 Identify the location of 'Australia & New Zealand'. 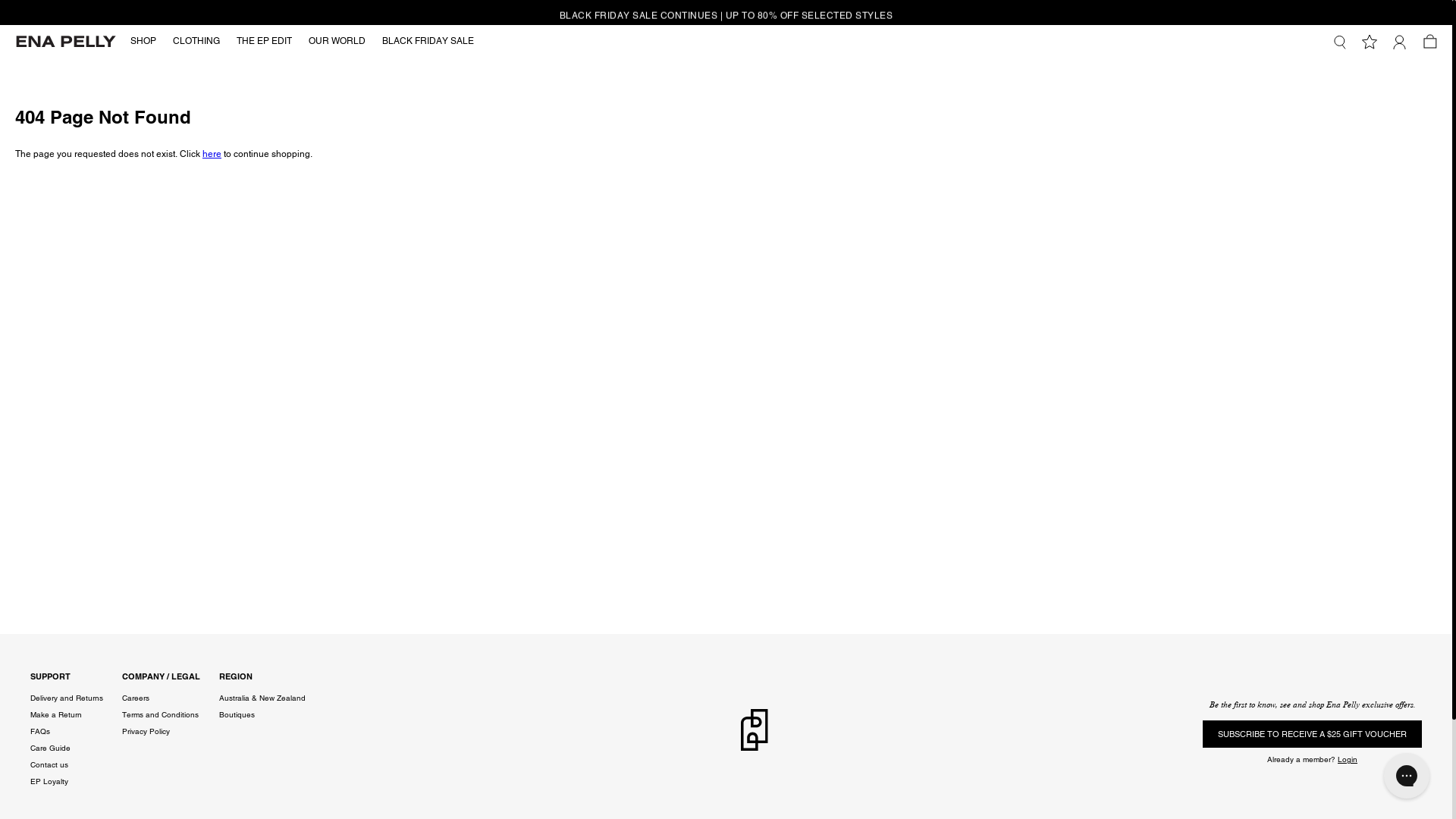
(262, 698).